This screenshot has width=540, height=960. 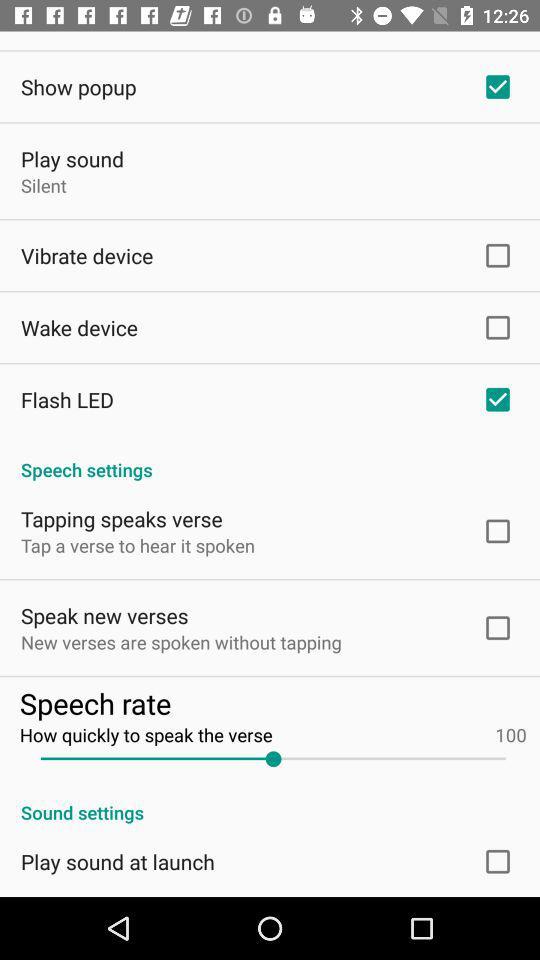 What do you see at coordinates (137, 545) in the screenshot?
I see `the tap a verse` at bounding box center [137, 545].